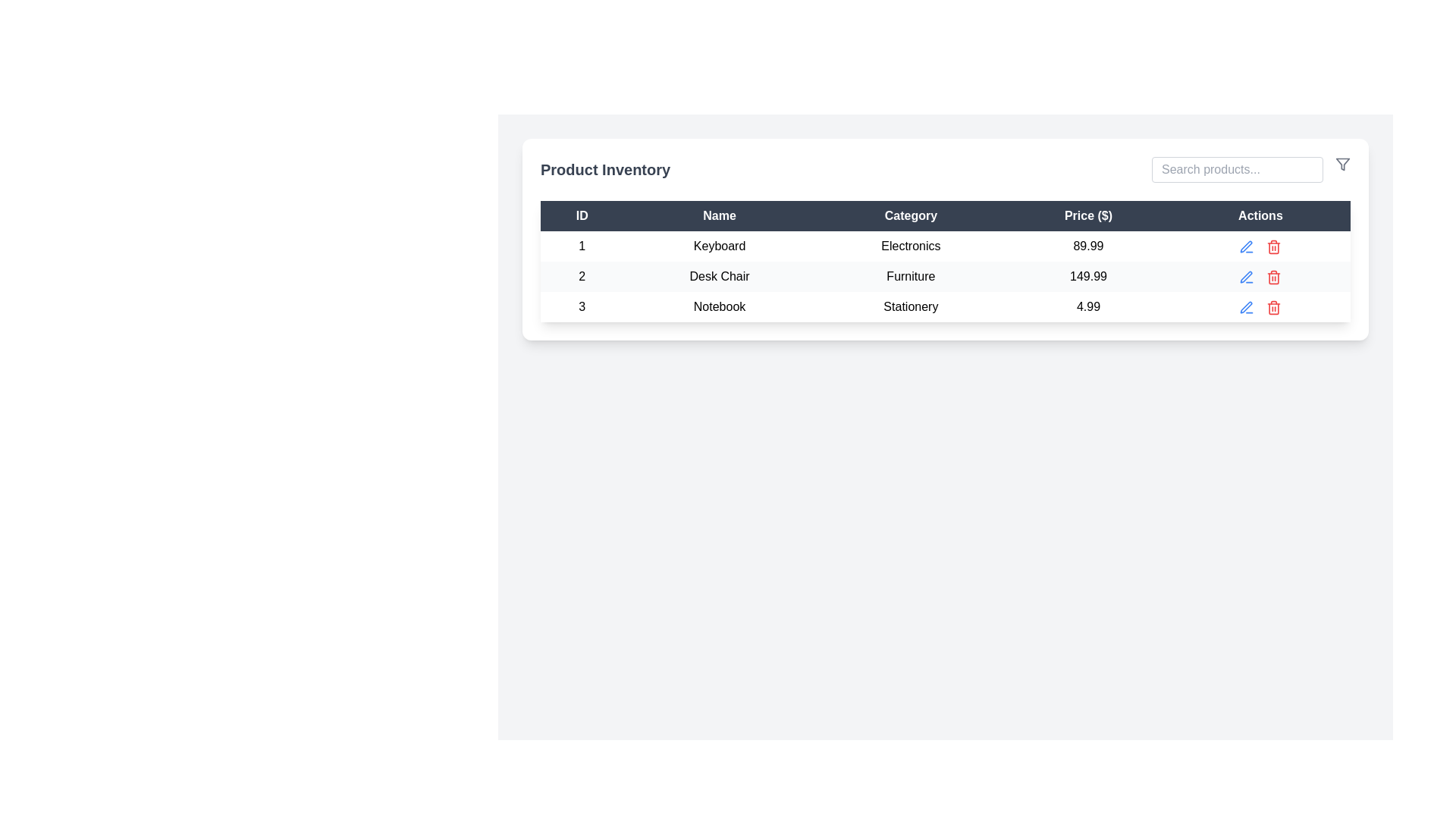 Image resolution: width=1456 pixels, height=819 pixels. I want to click on the Table Header Cell that serves as the header for the ID column, located at the top-left corner of the table's header row, so click(581, 216).